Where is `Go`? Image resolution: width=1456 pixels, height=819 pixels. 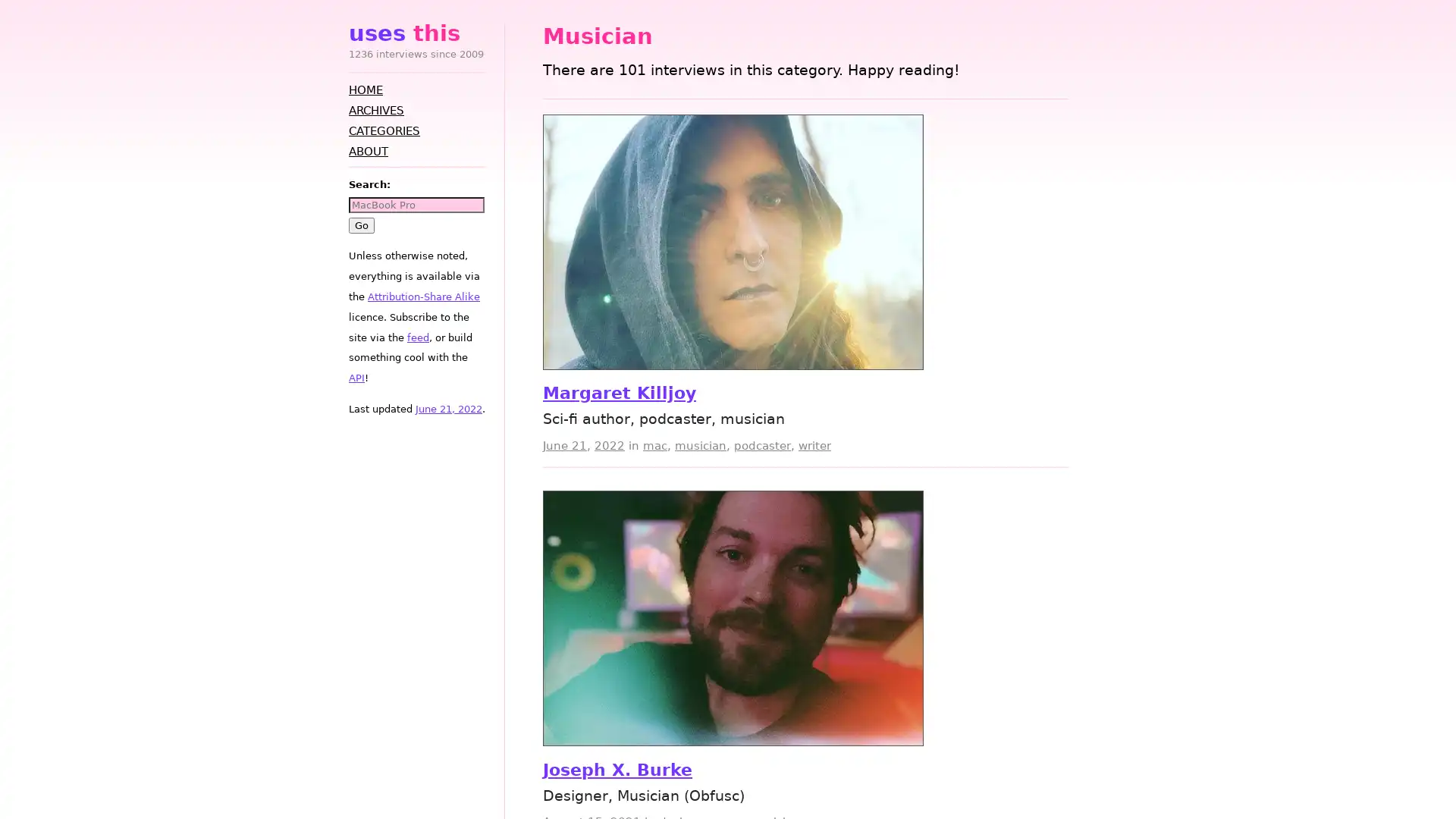 Go is located at coordinates (360, 224).